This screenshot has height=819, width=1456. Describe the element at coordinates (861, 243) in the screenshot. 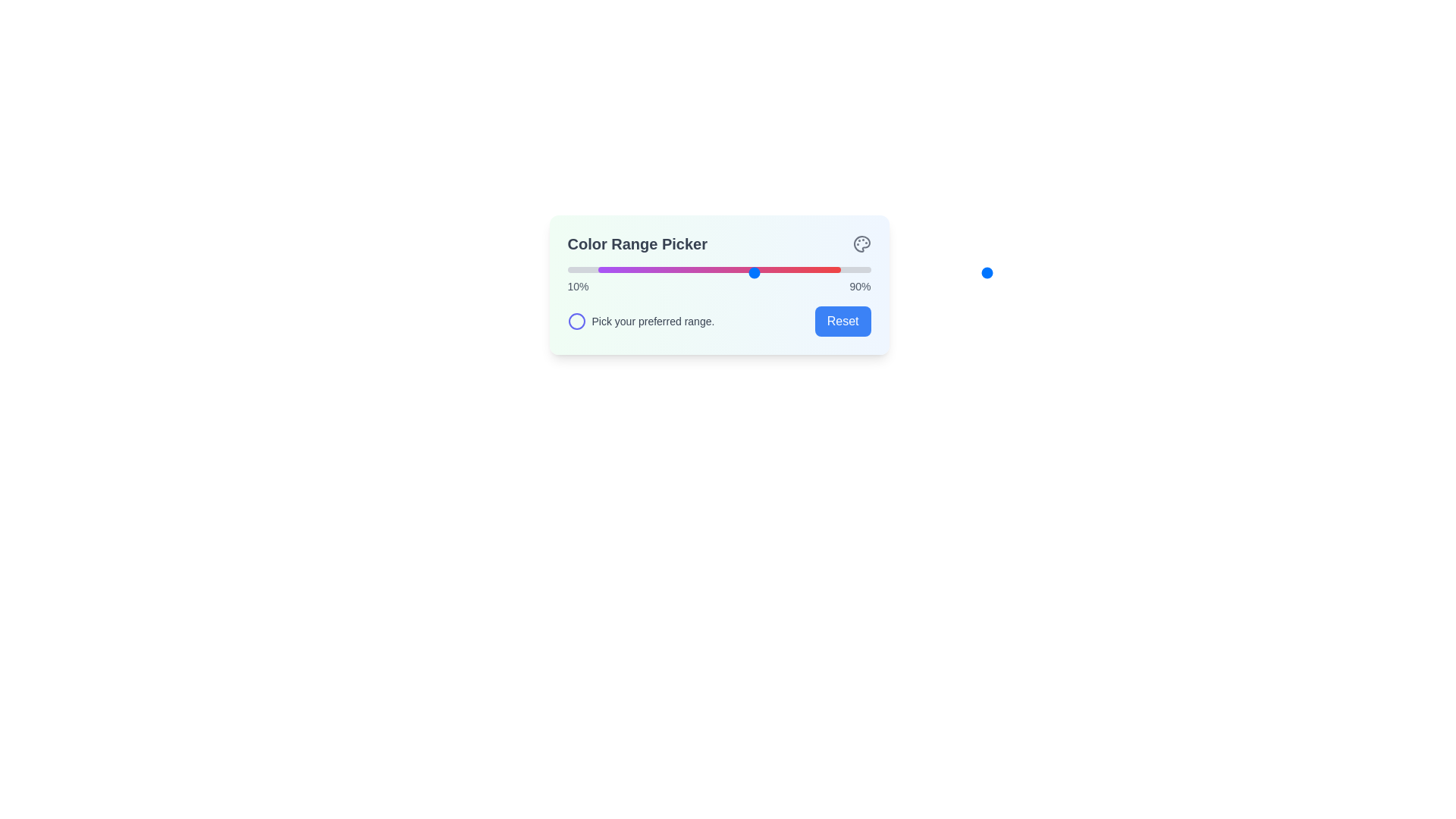

I see `the palette icon located to the far right of the 'Color Range Picker' section, aligned horizontally with the title, and is the last element in the row` at that location.